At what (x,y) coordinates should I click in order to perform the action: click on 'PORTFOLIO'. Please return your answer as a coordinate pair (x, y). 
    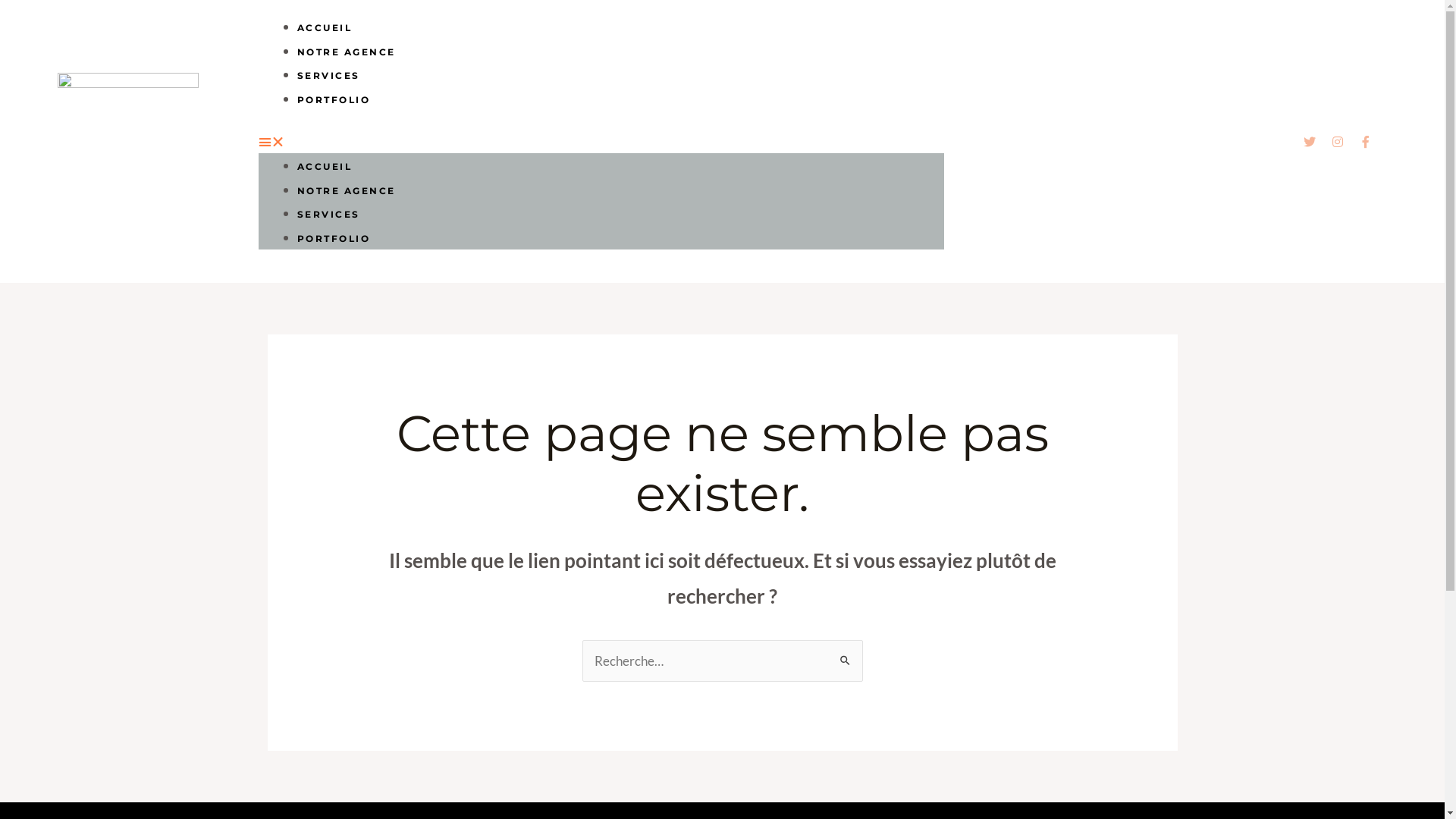
    Looking at the image, I should click on (297, 99).